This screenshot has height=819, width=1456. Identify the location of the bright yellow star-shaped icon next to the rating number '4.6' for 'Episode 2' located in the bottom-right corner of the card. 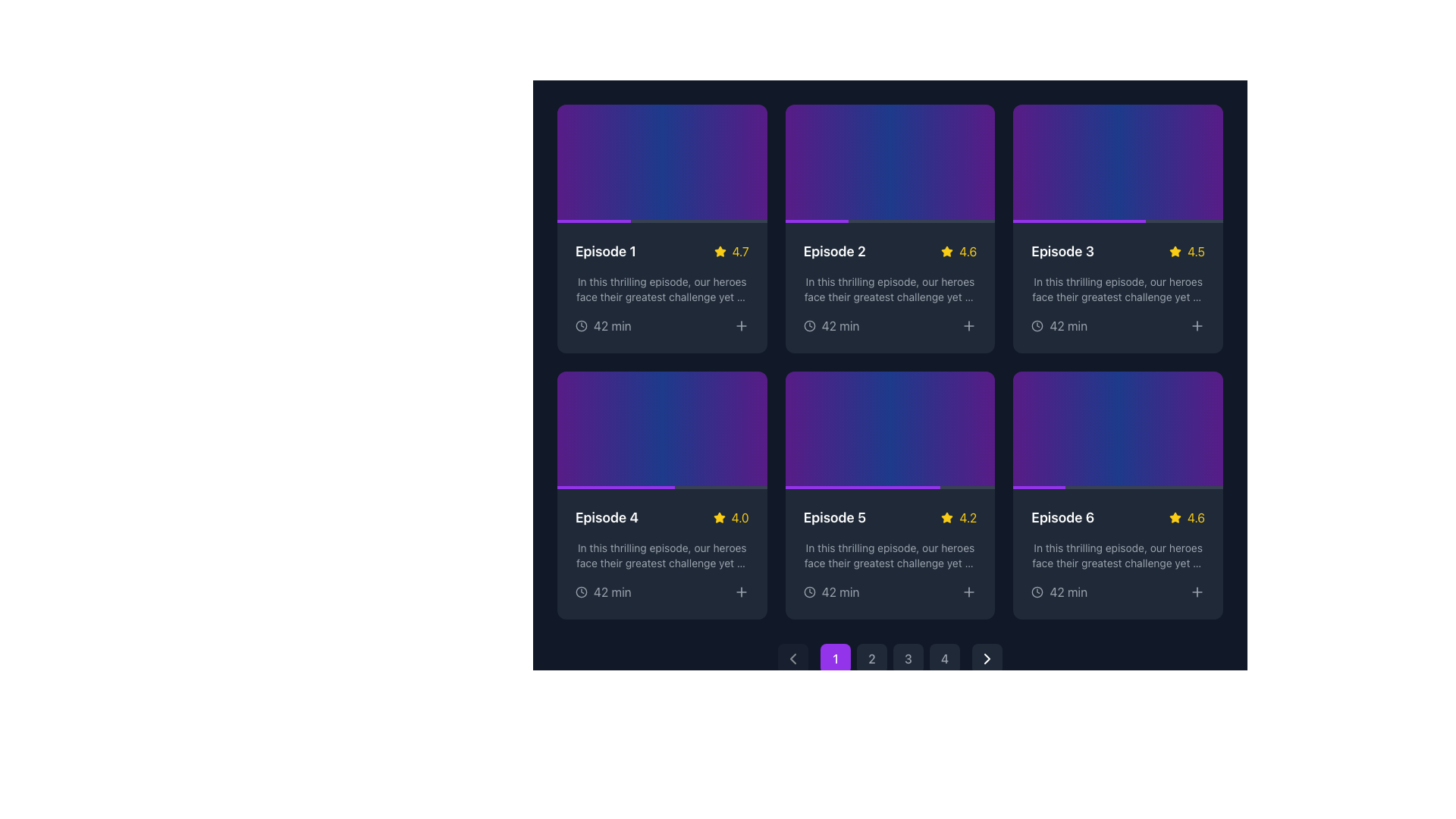
(946, 250).